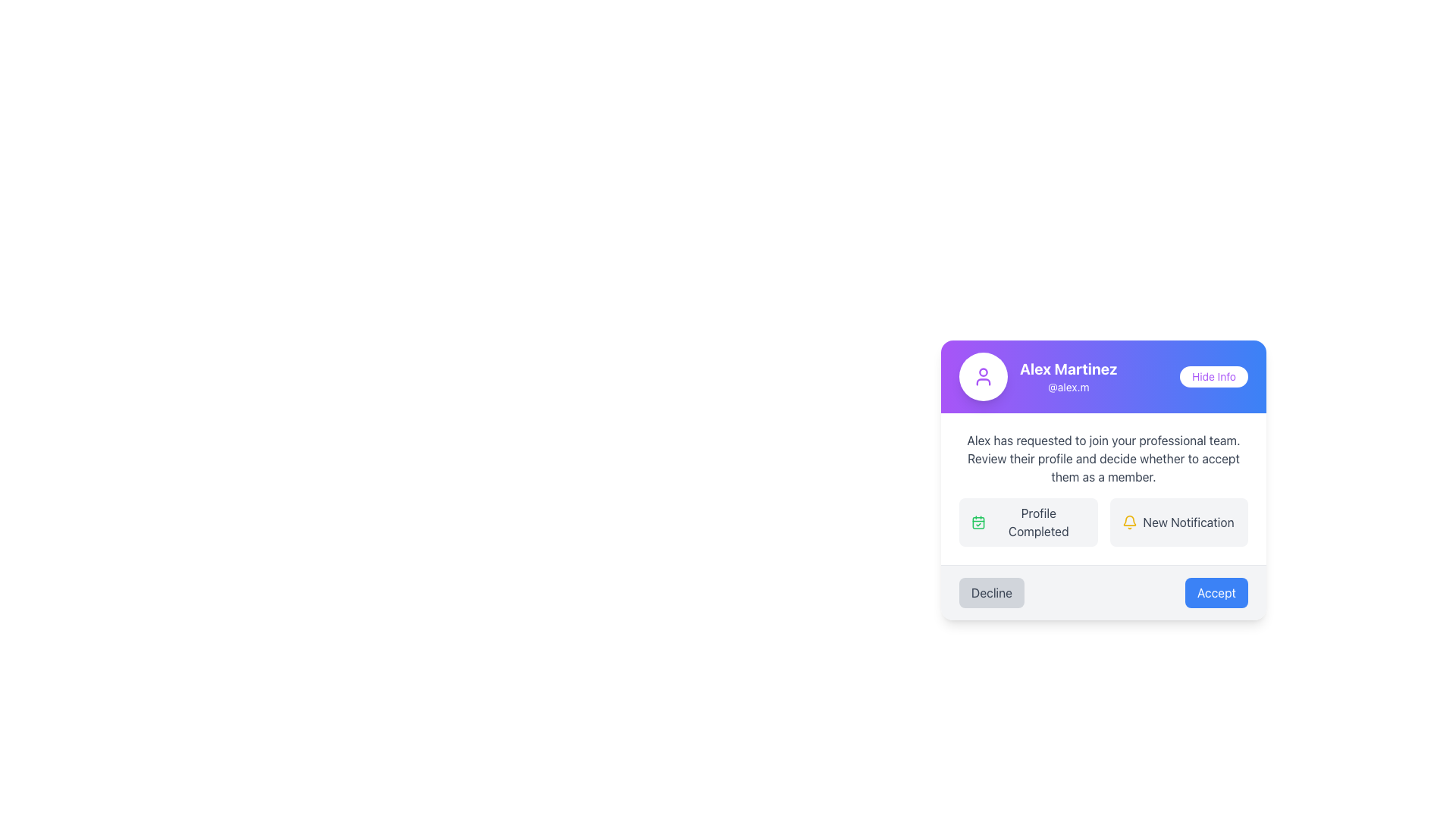 The image size is (1456, 819). Describe the element at coordinates (1216, 592) in the screenshot. I see `the blue rectangular button labeled 'Accept'` at that location.